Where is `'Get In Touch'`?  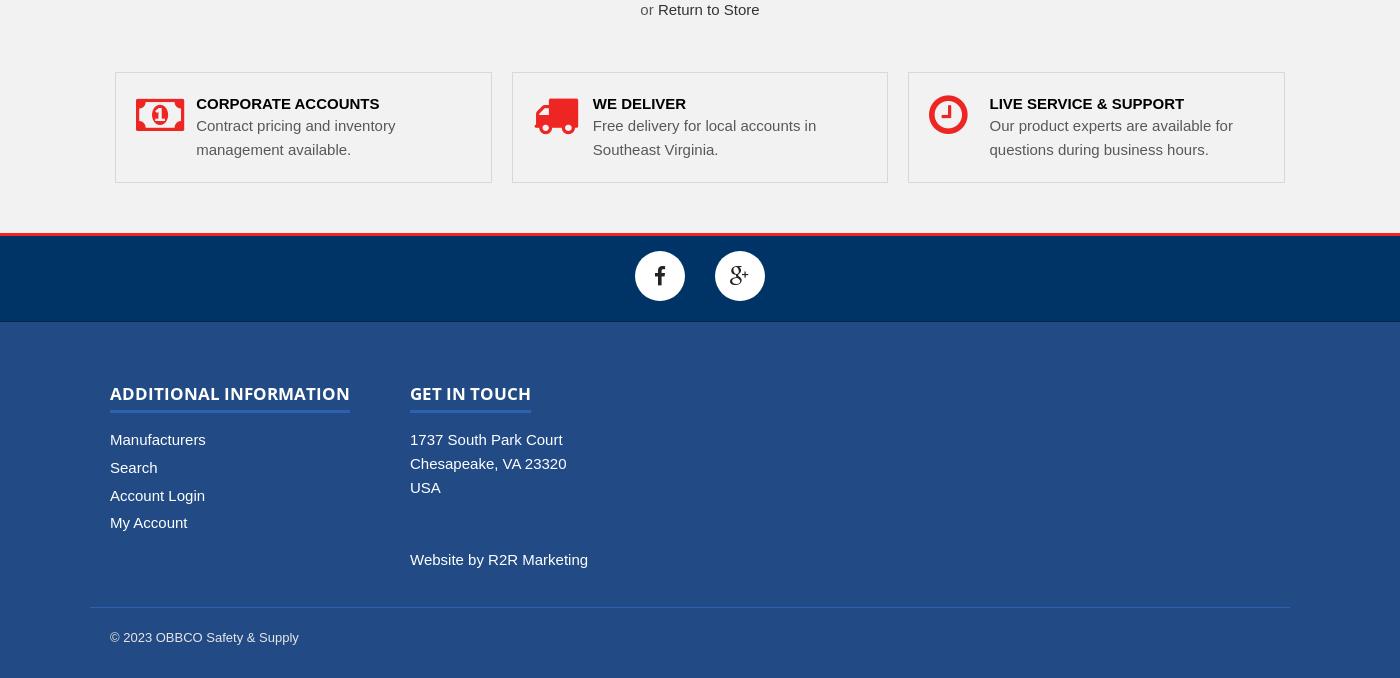
'Get In Touch' is located at coordinates (410, 392).